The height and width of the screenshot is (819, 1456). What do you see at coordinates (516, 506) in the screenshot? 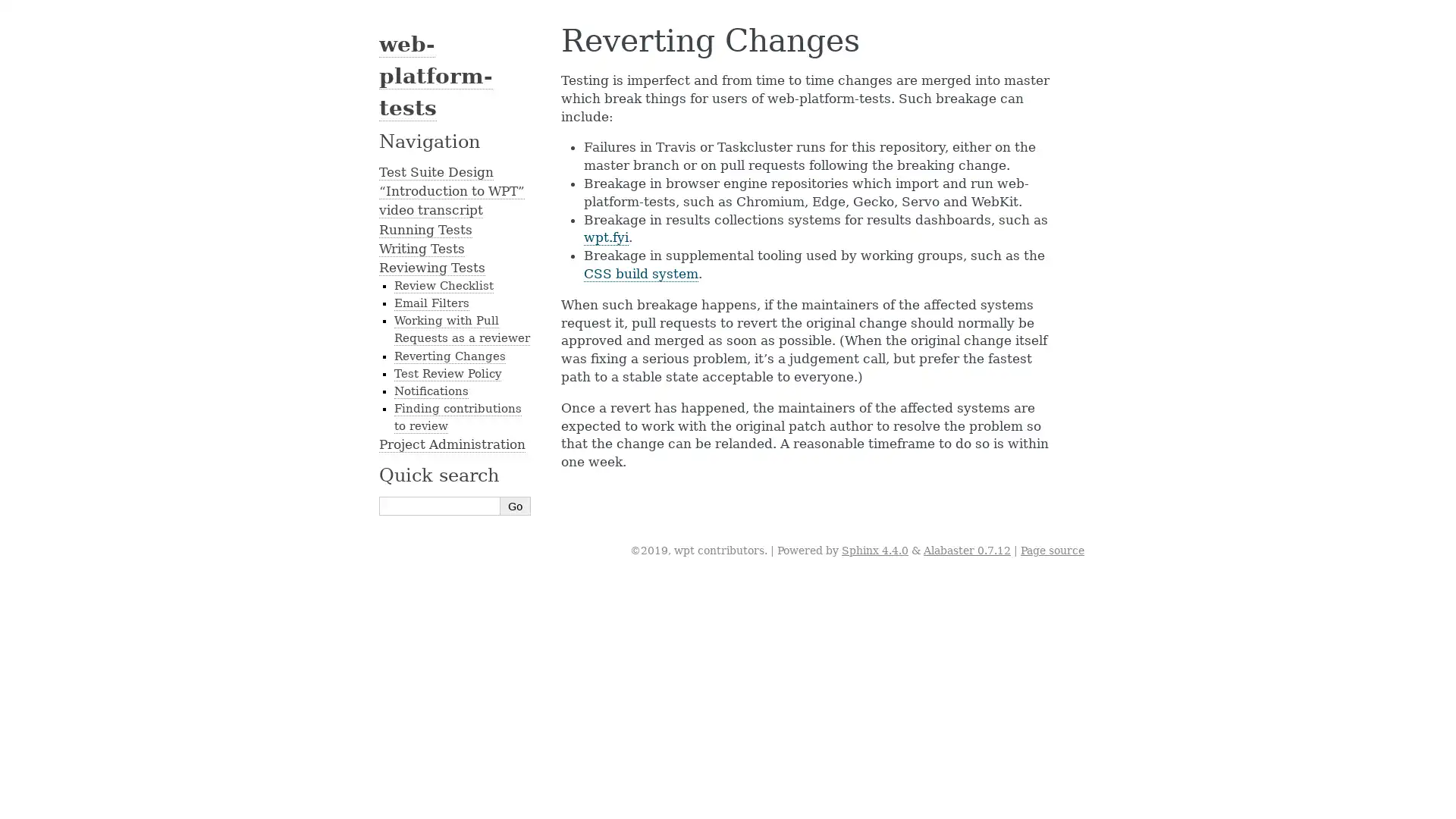
I see `Go` at bounding box center [516, 506].